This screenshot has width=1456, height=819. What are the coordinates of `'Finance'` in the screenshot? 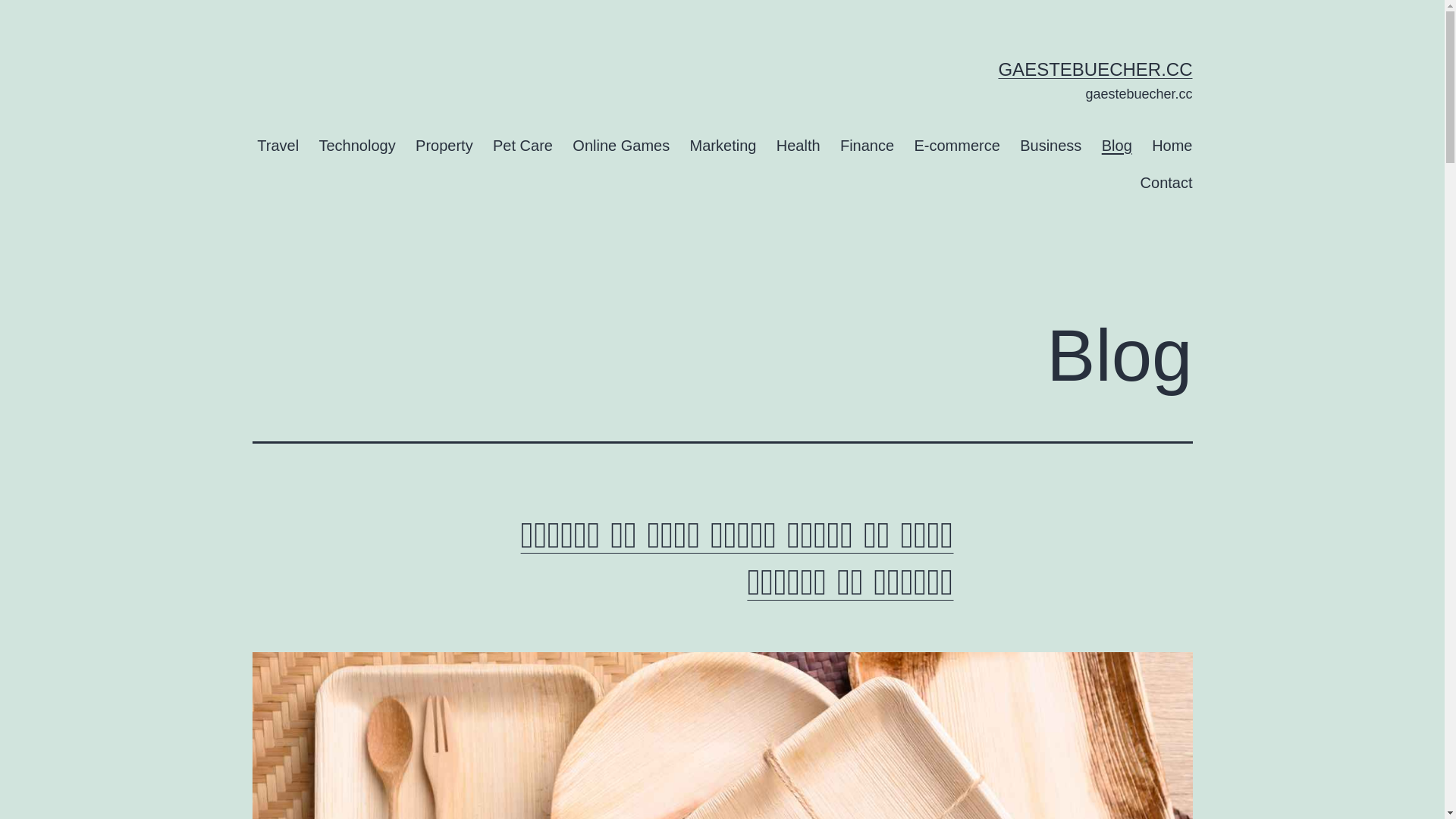 It's located at (867, 145).